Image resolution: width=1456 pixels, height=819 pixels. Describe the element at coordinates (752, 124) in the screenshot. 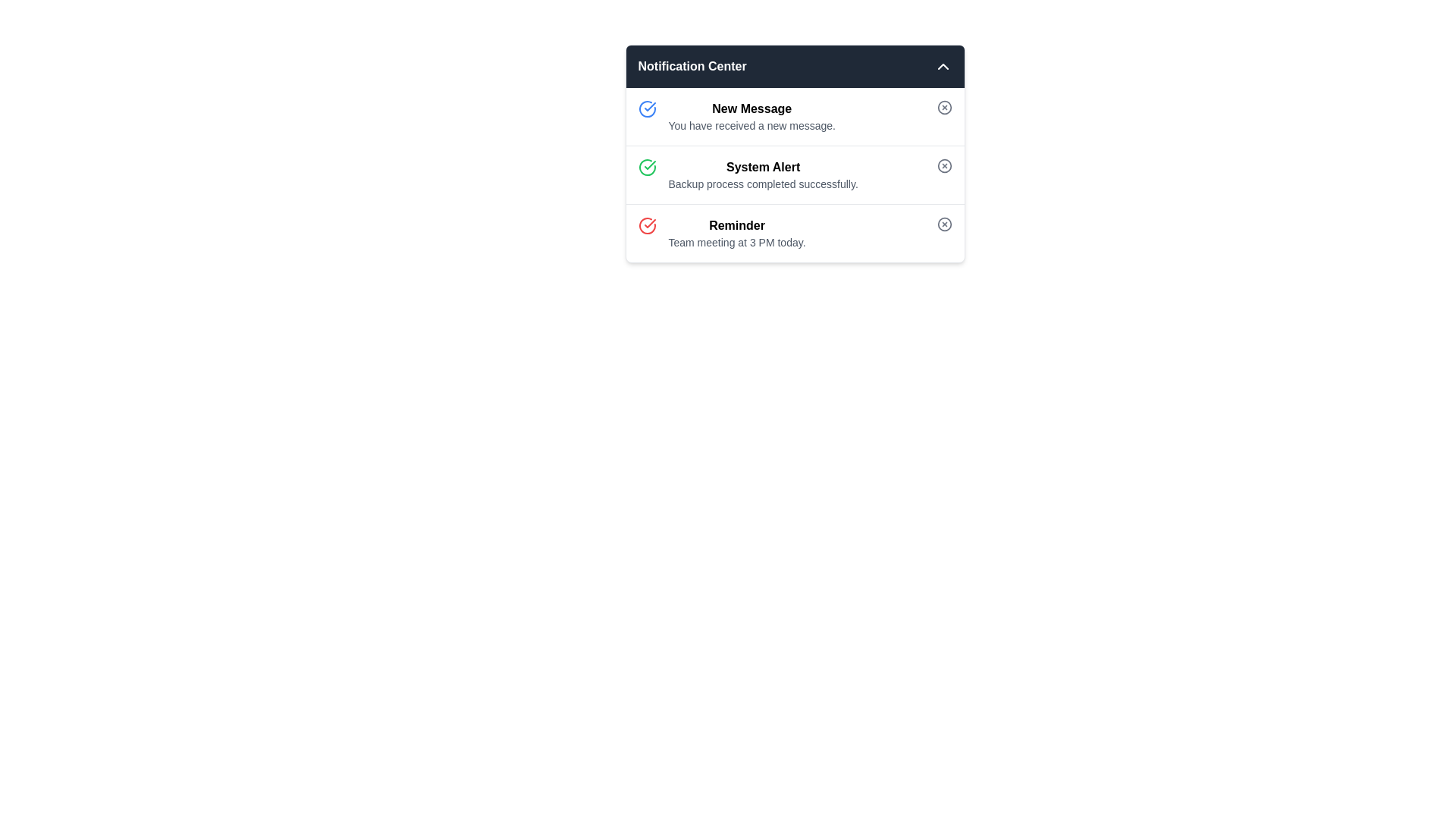

I see `the static text that reads 'You have received a new message.' located below the bold text 'New Message' in the first notification item` at that location.